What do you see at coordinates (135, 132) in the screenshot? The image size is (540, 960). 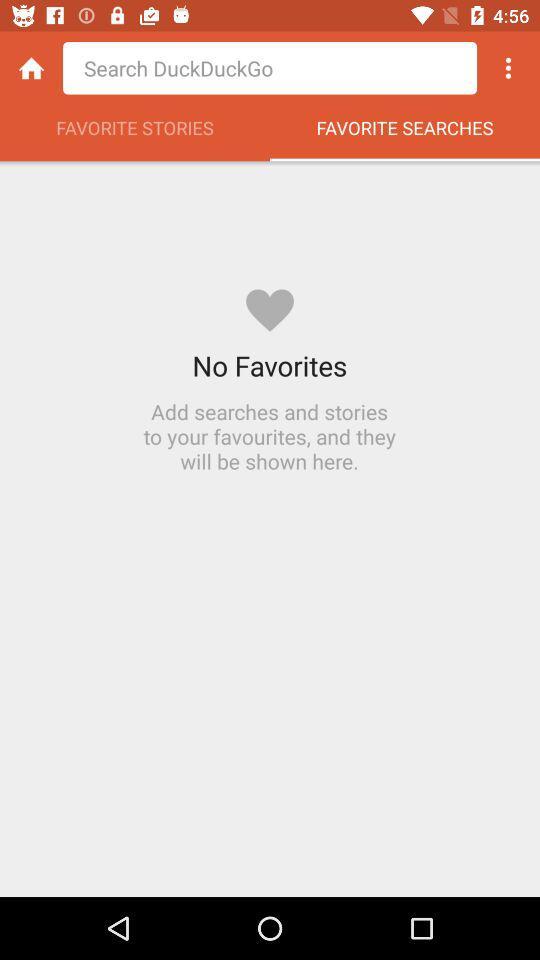 I see `favorite stories item` at bounding box center [135, 132].